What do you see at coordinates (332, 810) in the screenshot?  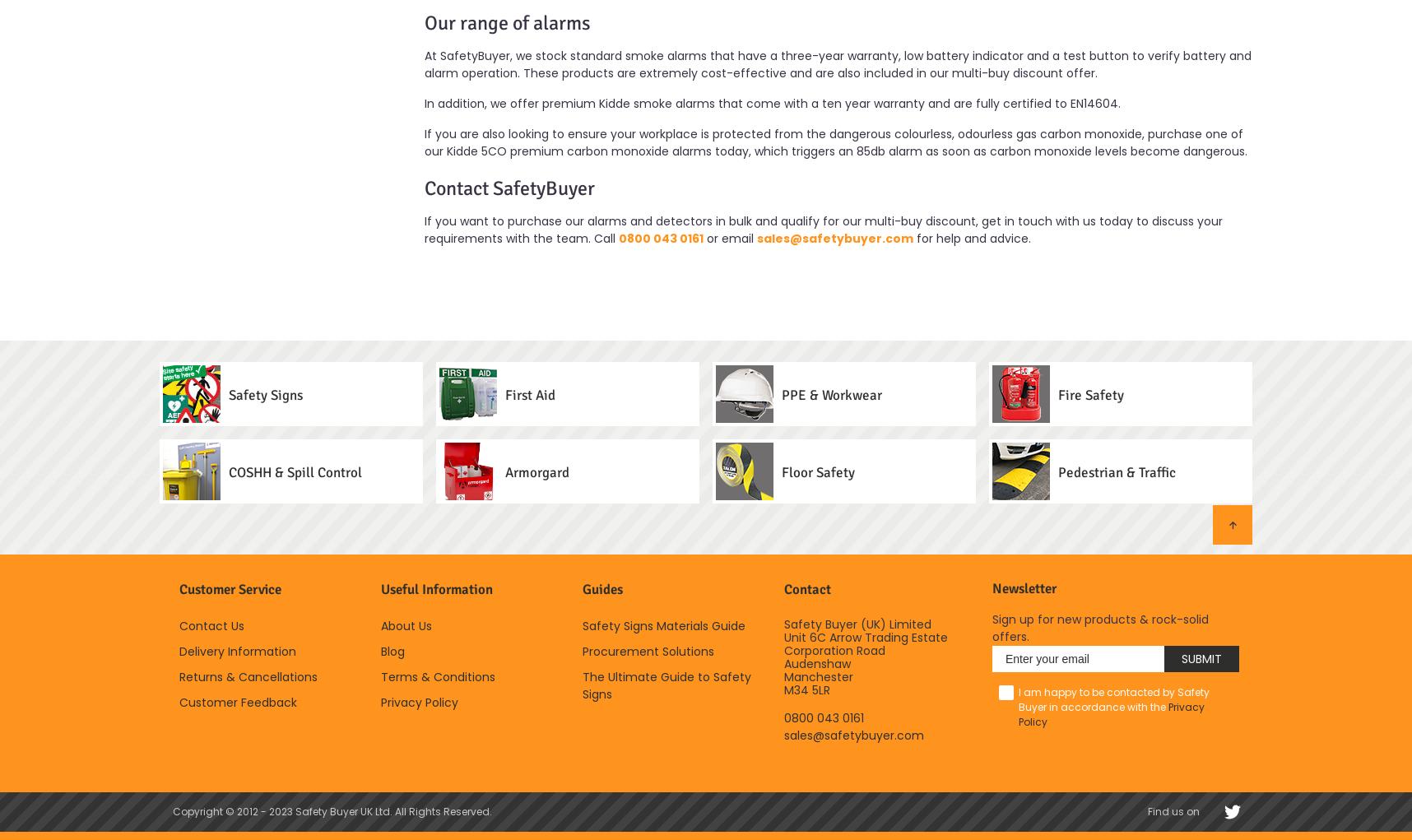 I see `'Copyright © 2012 - 2023 Safety Buyer UK Ltd. All Rights Reserved.'` at bounding box center [332, 810].